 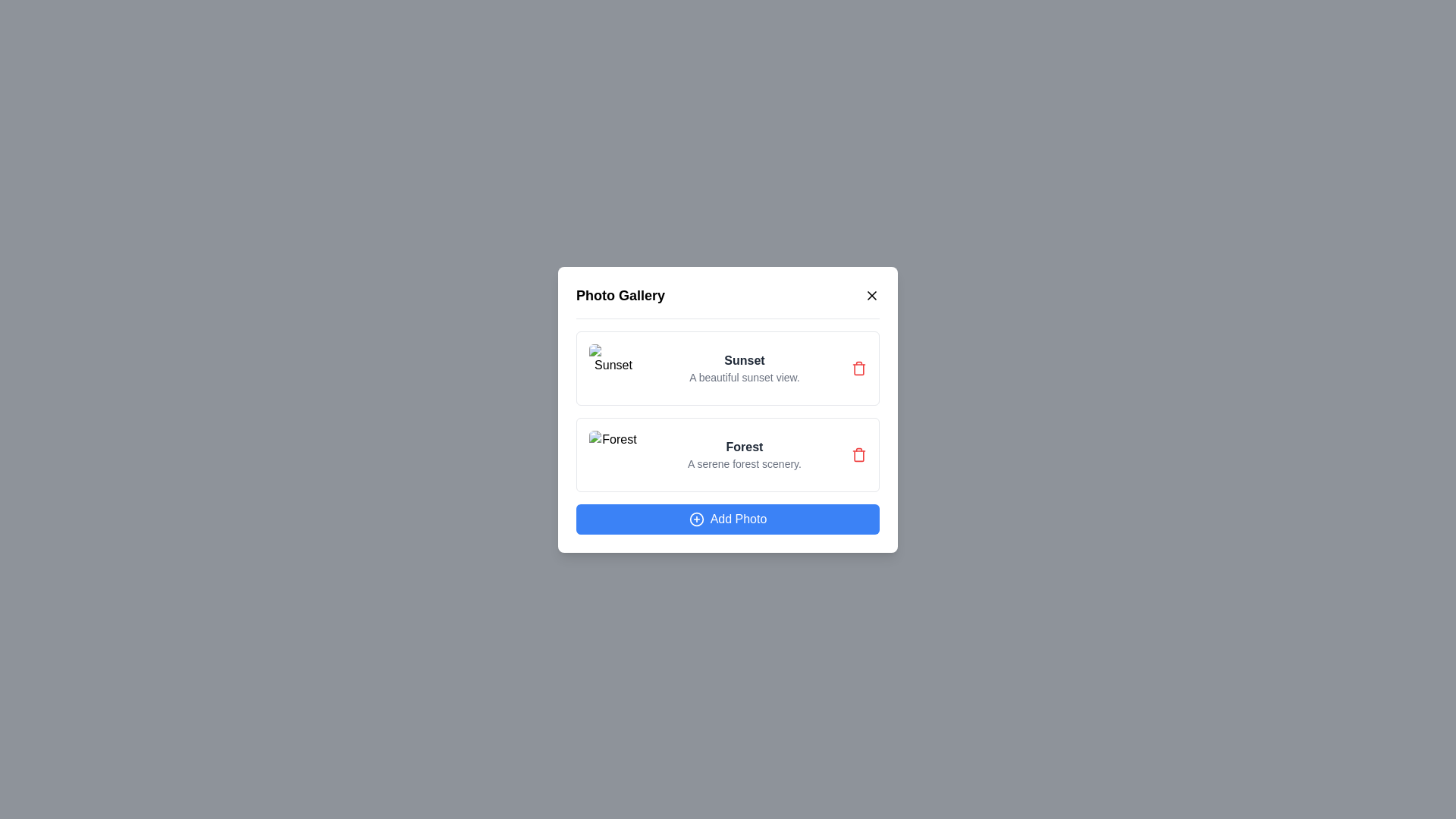 I want to click on the 'Add Photo' button located at the bottom of the modal window to initiate adding a photo, so click(x=728, y=517).